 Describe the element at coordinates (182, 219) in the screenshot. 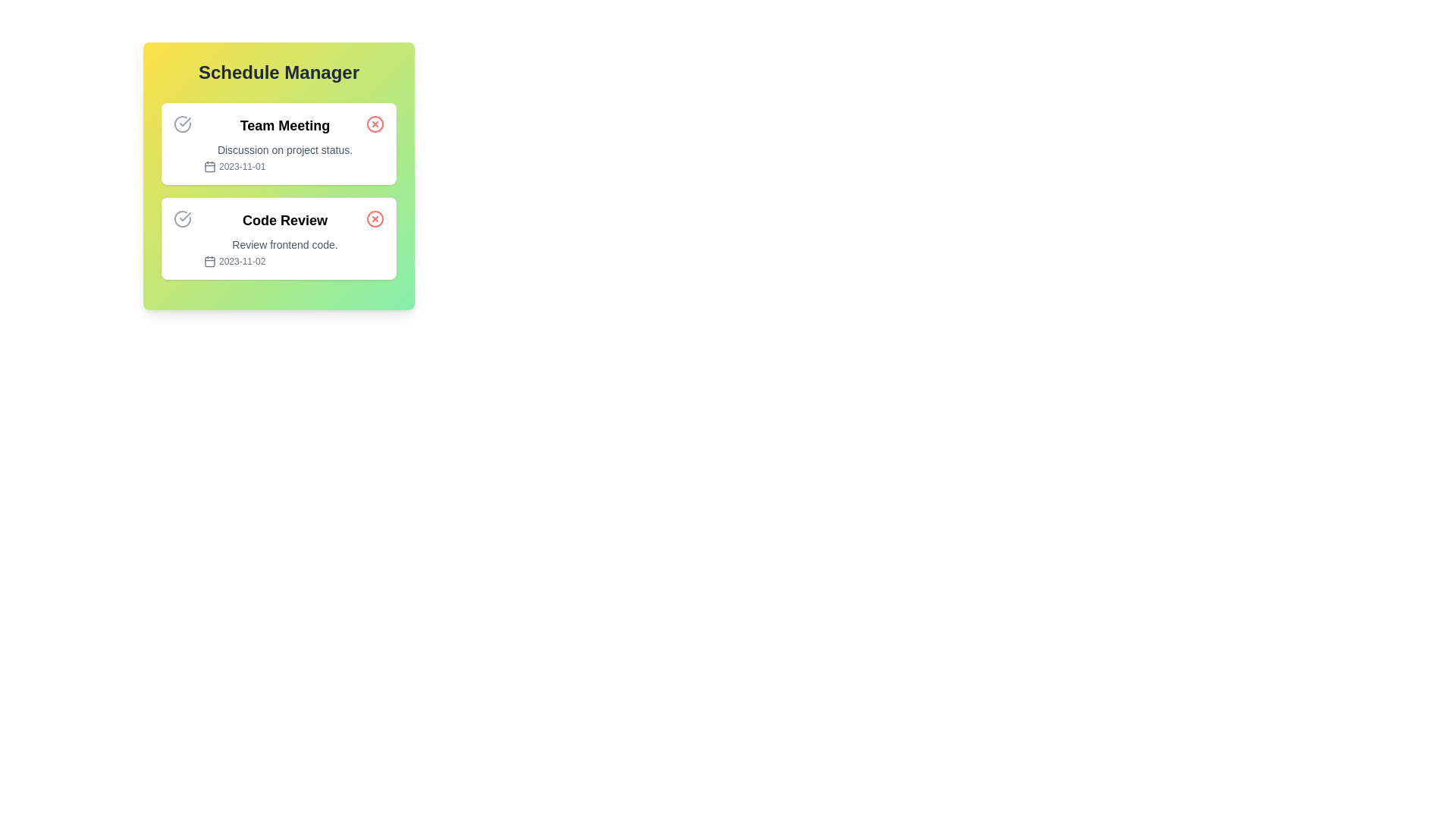

I see `the circular checkmark icon located to the left of the 'Code Review' text` at that location.